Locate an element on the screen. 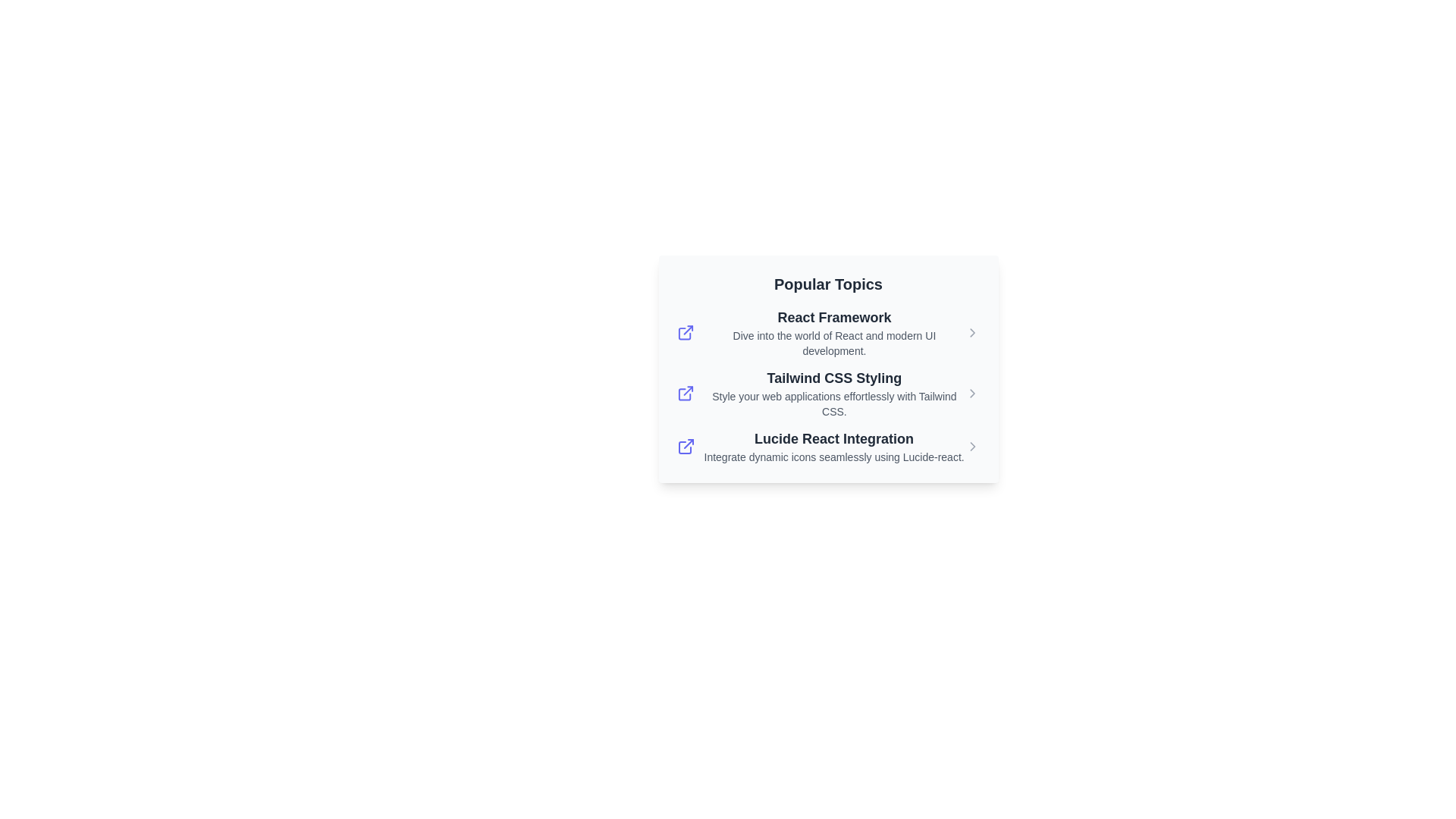  the static text that reads, 'Style your web applications effortlessly with Tailwind CSS,' which is styled with a smaller font size and light gray color, located under the heading 'Tailwind CSS Styling.' is located at coordinates (833, 403).